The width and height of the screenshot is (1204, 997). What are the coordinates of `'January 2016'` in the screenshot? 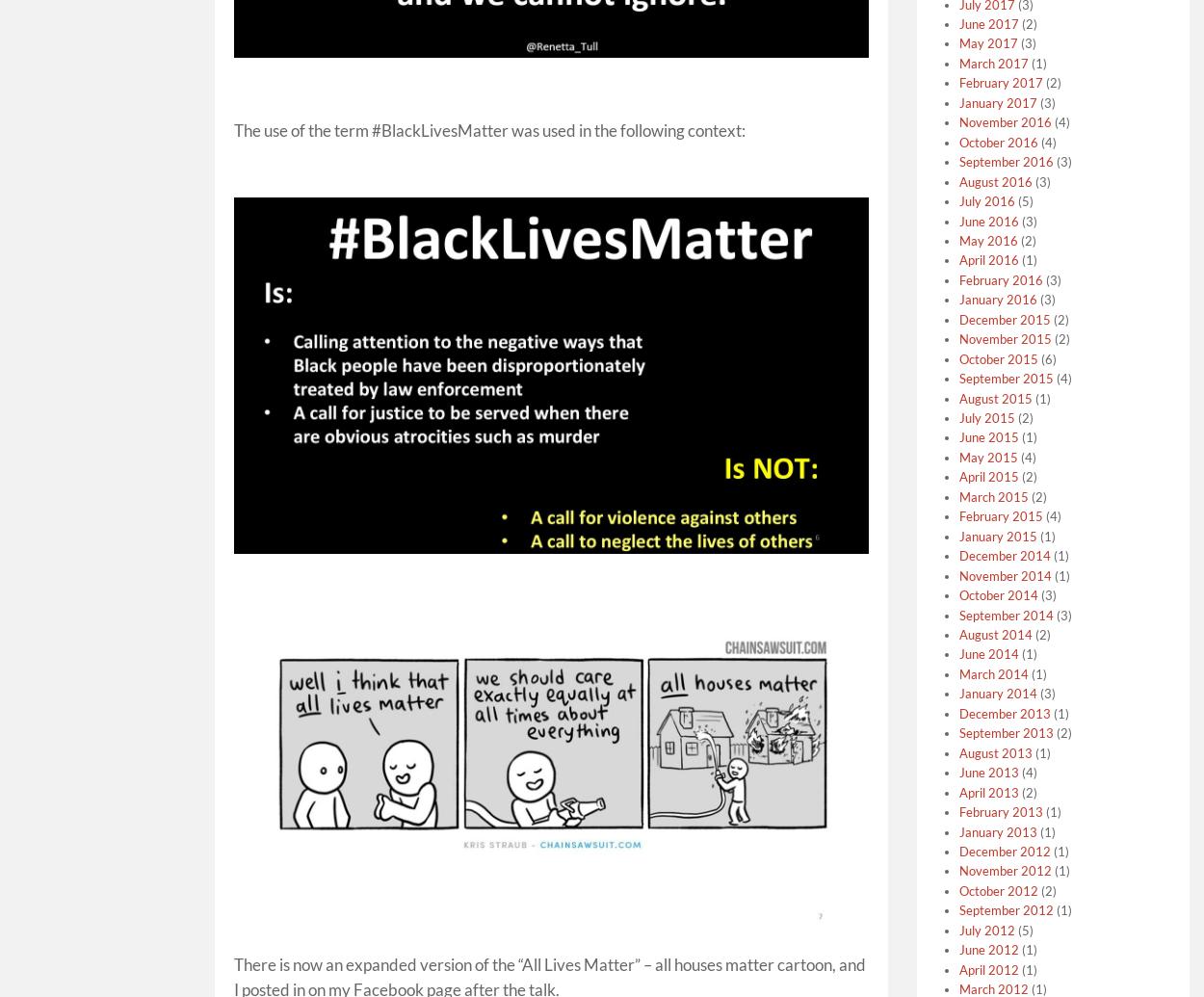 It's located at (998, 300).